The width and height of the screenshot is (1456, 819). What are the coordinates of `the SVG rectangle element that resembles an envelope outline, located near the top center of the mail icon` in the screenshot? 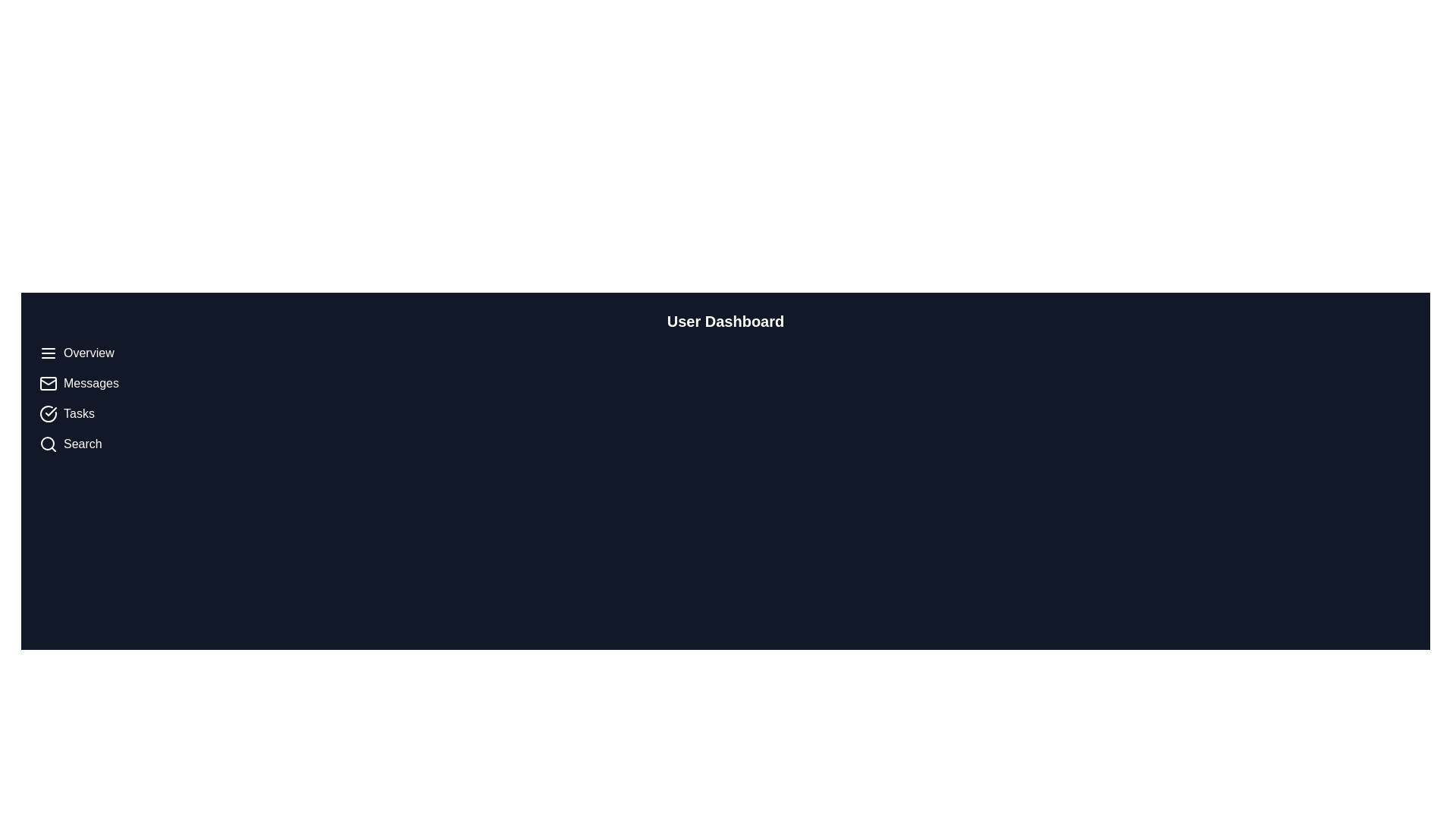 It's located at (48, 382).